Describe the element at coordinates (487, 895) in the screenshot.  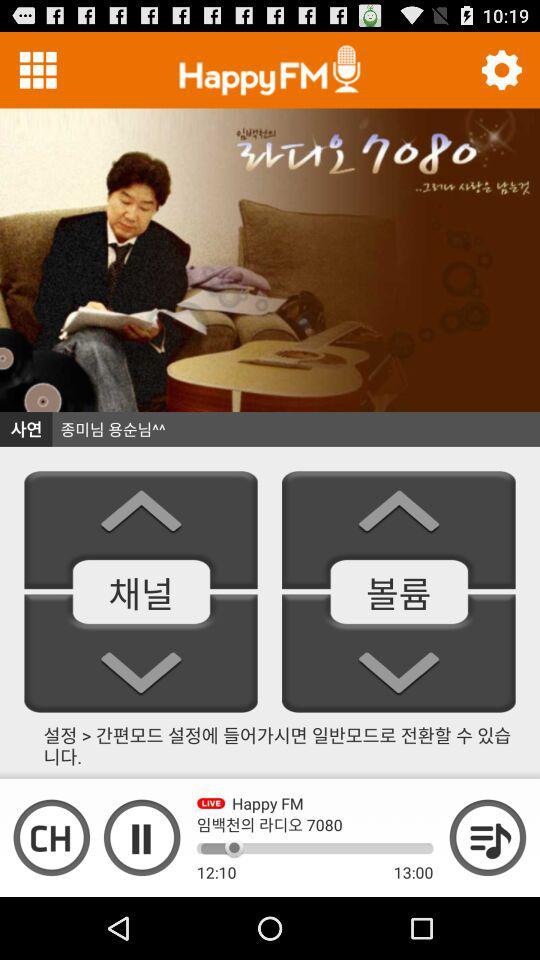
I see `the playlist icon` at that location.